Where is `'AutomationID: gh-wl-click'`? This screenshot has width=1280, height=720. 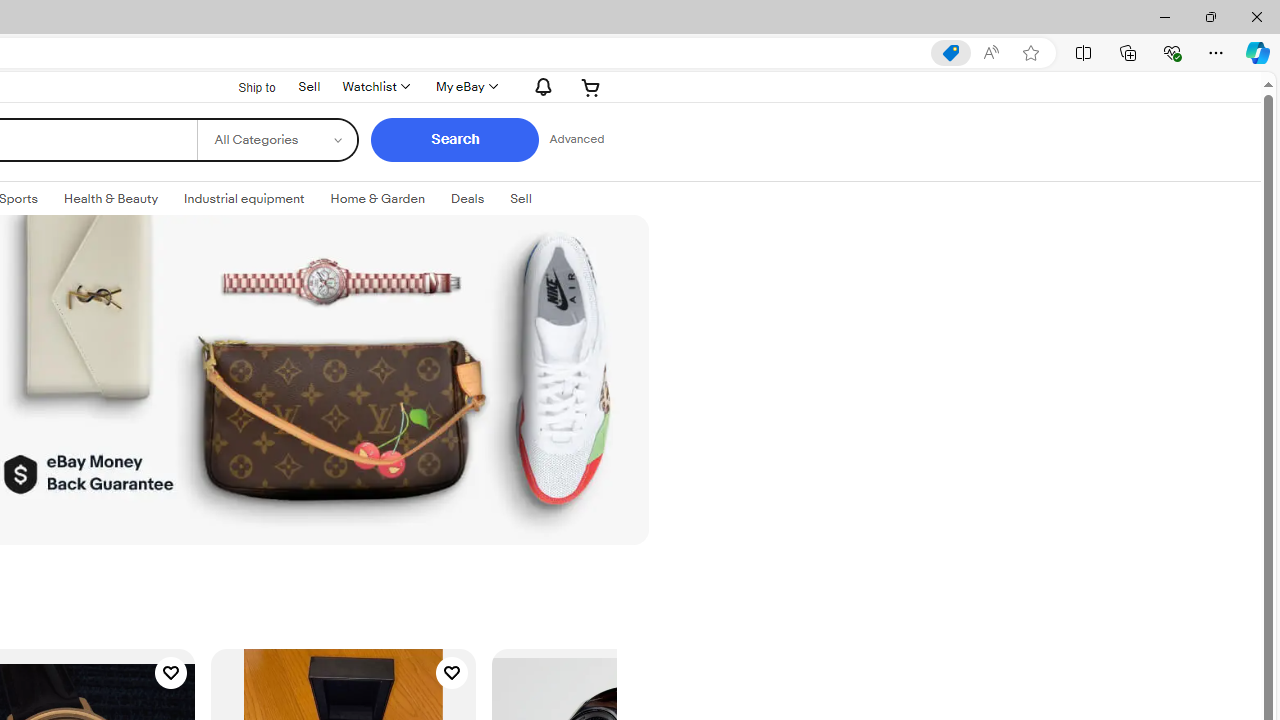 'AutomationID: gh-wl-click' is located at coordinates (375, 86).